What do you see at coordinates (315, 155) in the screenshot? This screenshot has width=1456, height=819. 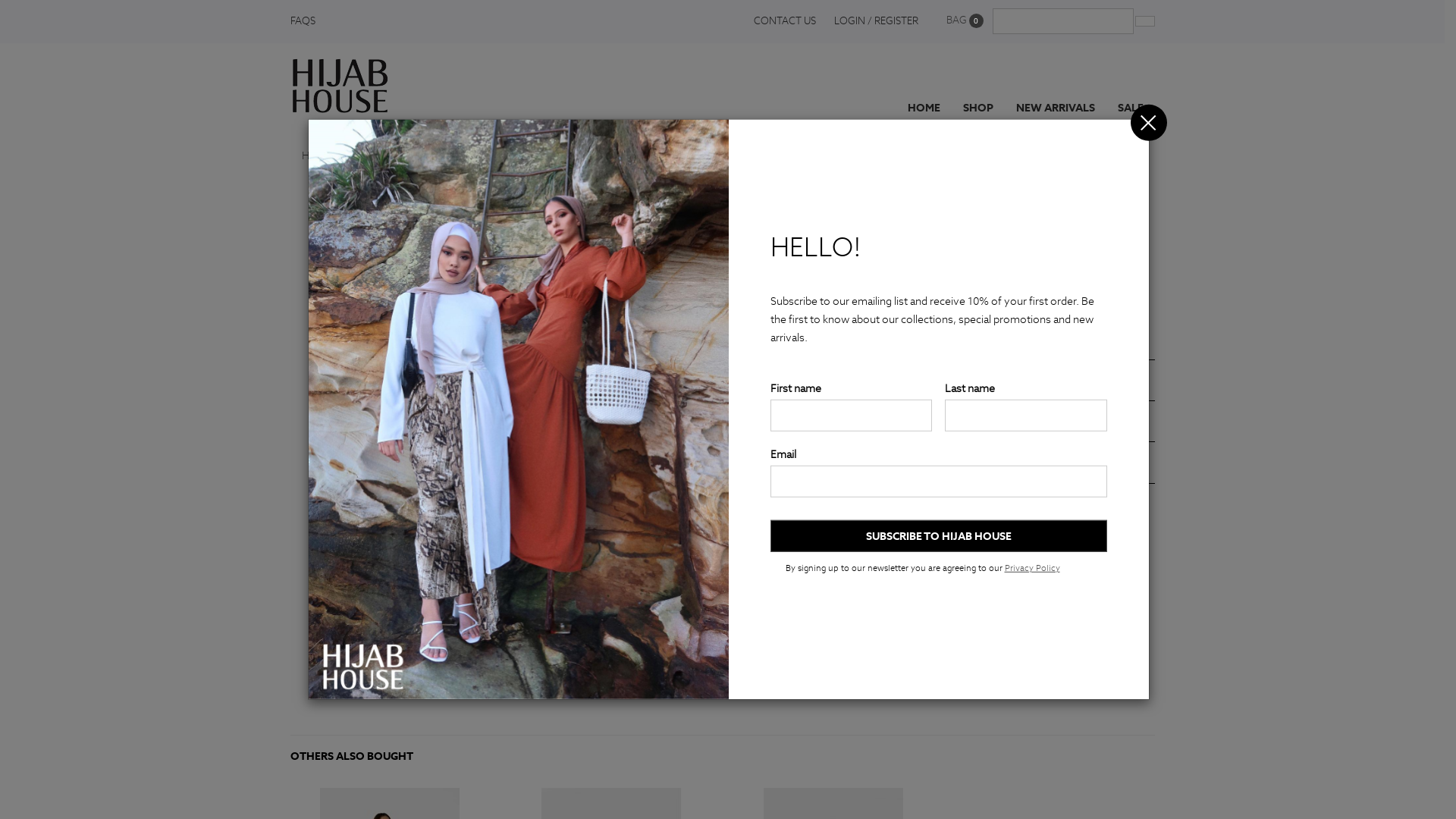 I see `'Home'` at bounding box center [315, 155].